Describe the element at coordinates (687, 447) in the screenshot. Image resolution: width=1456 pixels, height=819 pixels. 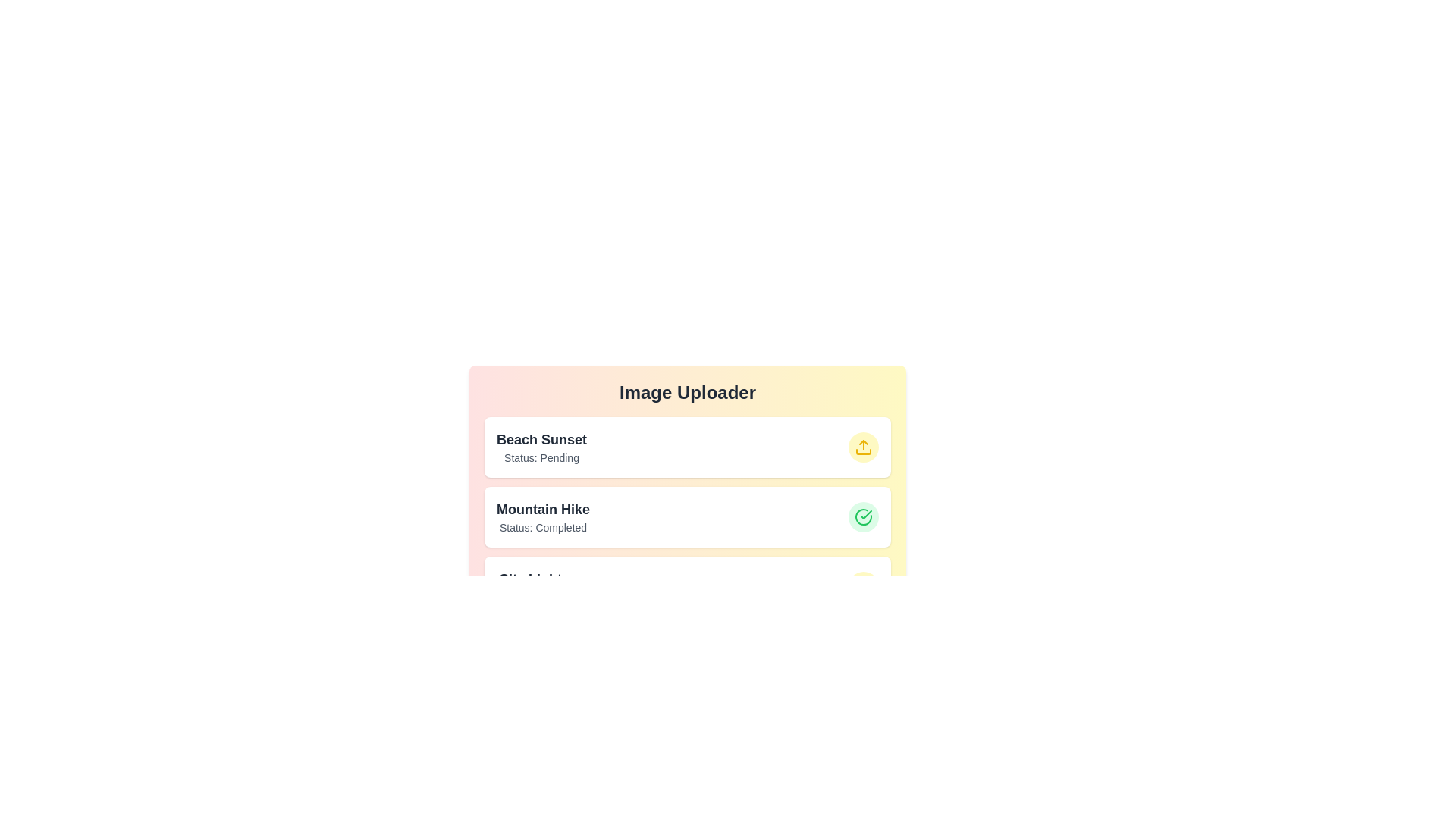
I see `the image item corresponding to Beach Sunset to view its details` at that location.